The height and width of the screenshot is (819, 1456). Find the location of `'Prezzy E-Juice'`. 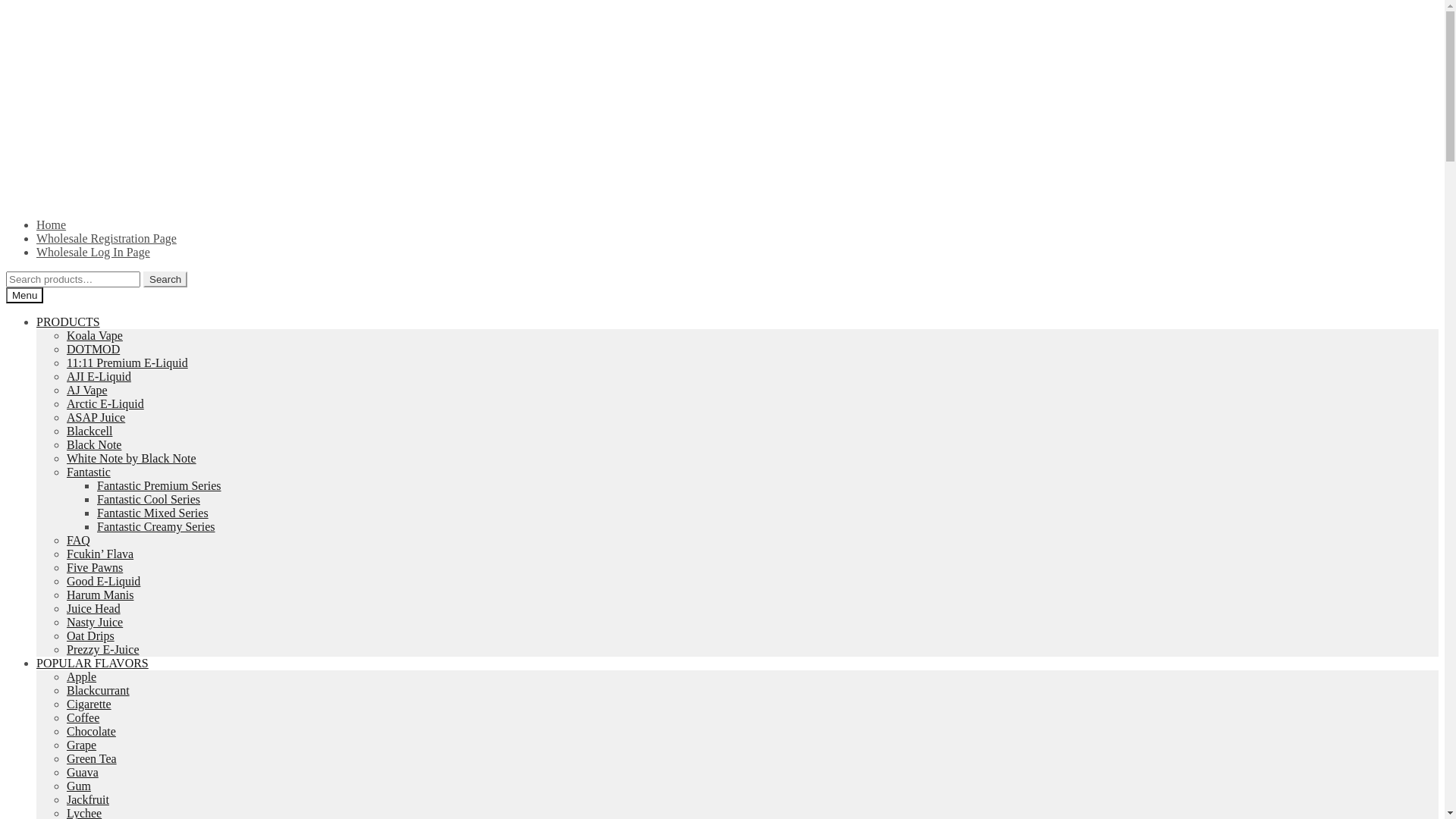

'Prezzy E-Juice' is located at coordinates (65, 648).